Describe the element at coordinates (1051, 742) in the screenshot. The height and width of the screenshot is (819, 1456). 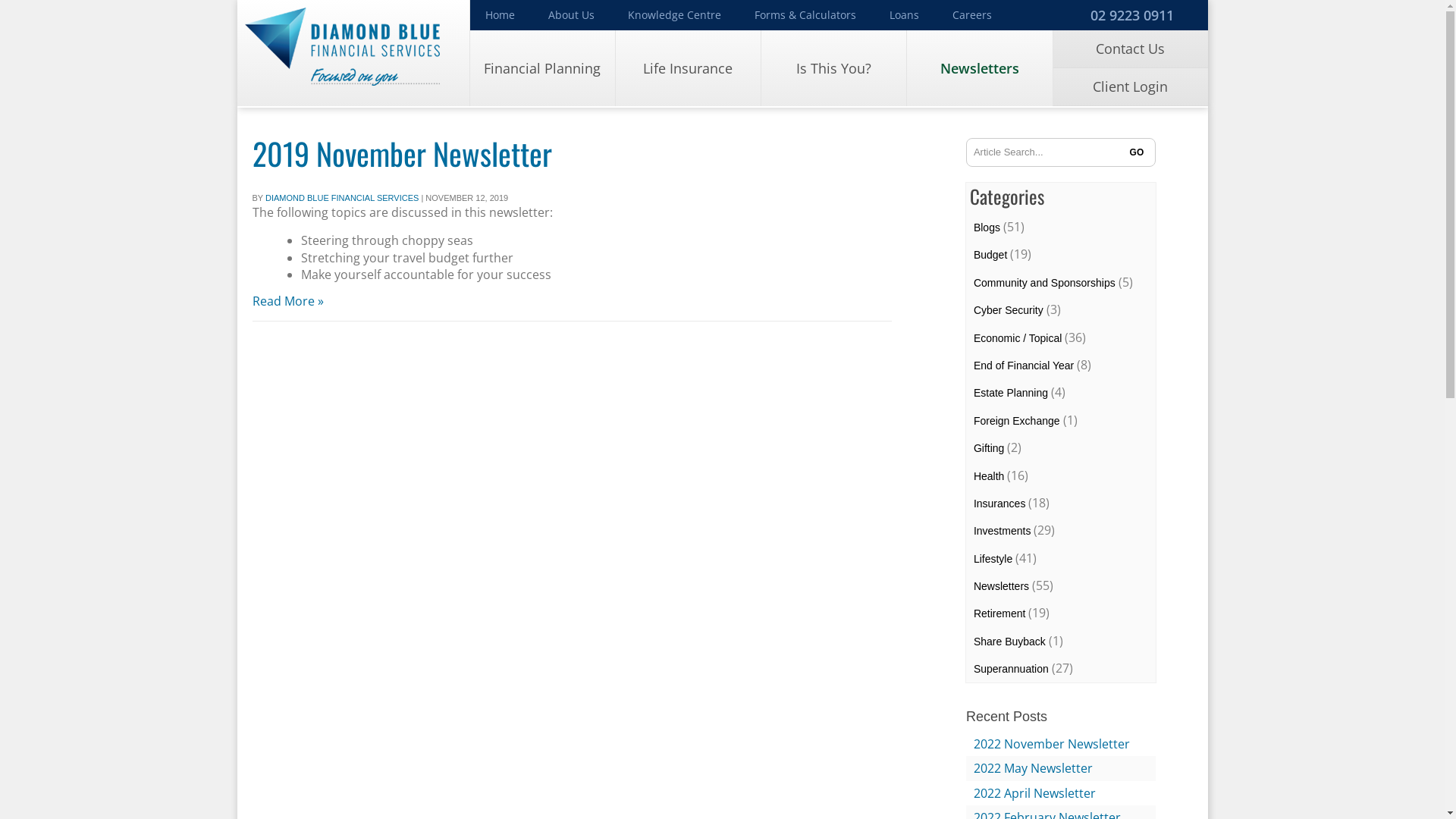
I see `'2022 November Newsletter'` at that location.